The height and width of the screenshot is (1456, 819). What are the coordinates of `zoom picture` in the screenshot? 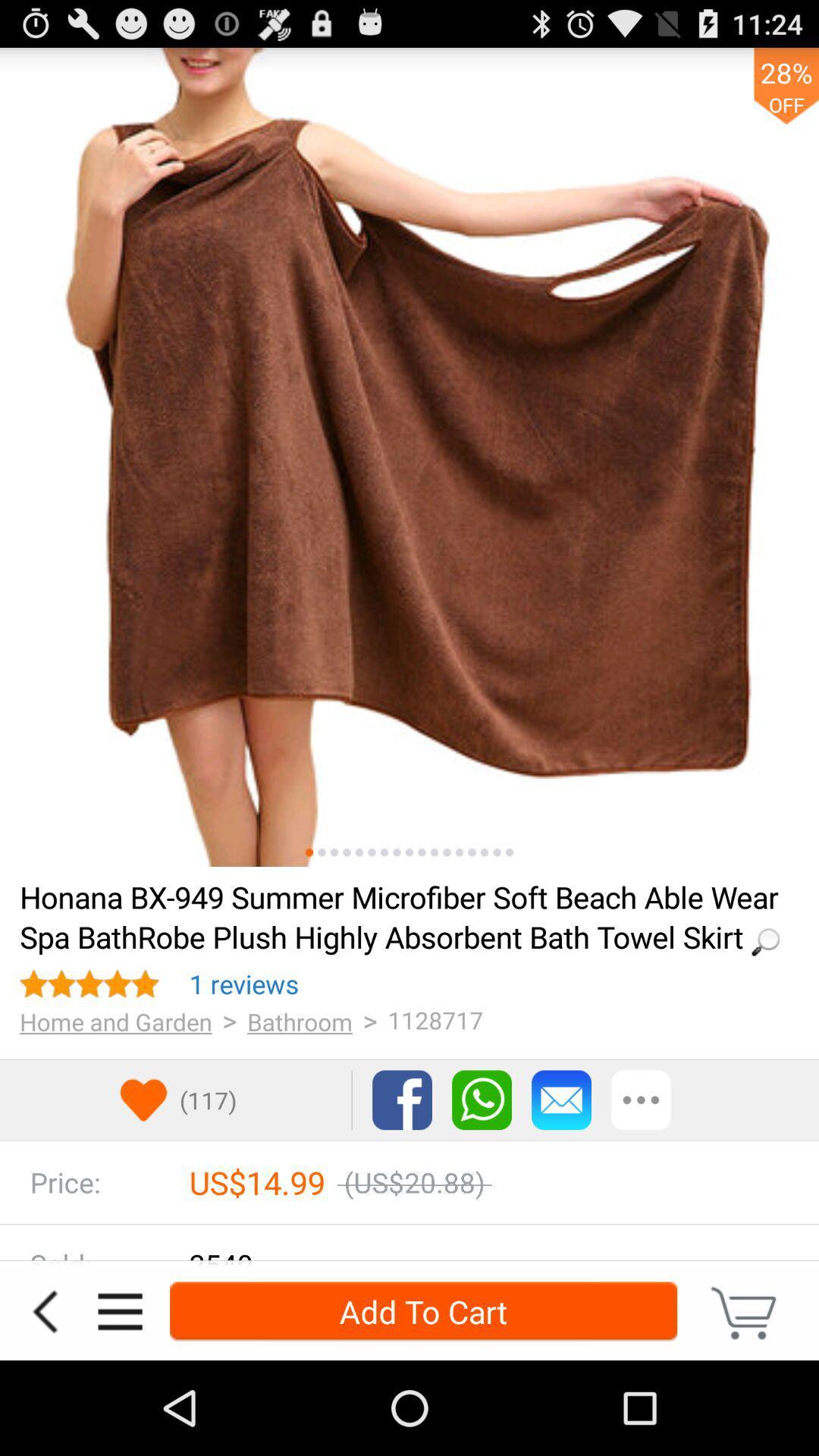 It's located at (409, 457).